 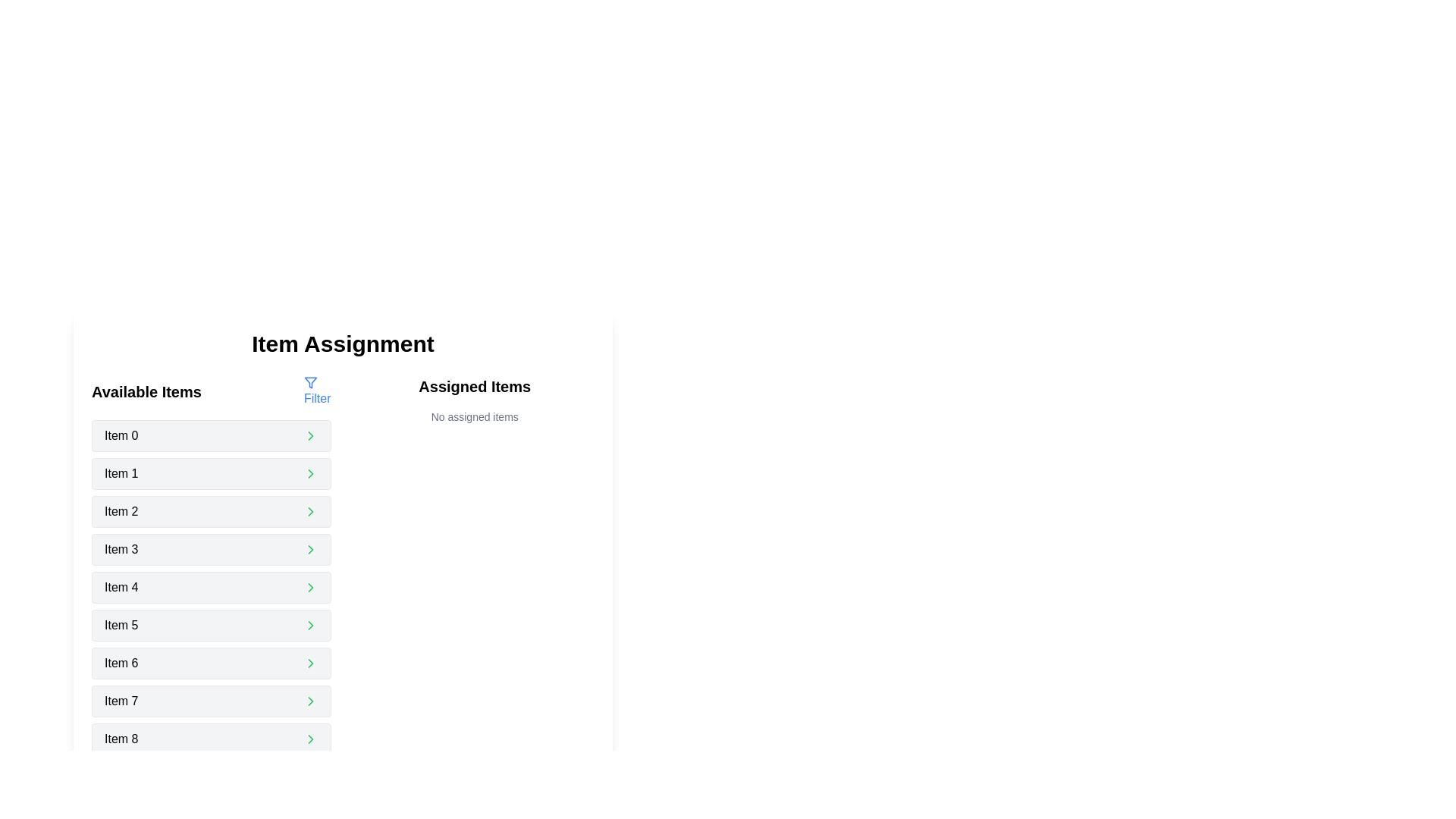 I want to click on the eighth item in the 'Available Items' list, so click(x=210, y=701).